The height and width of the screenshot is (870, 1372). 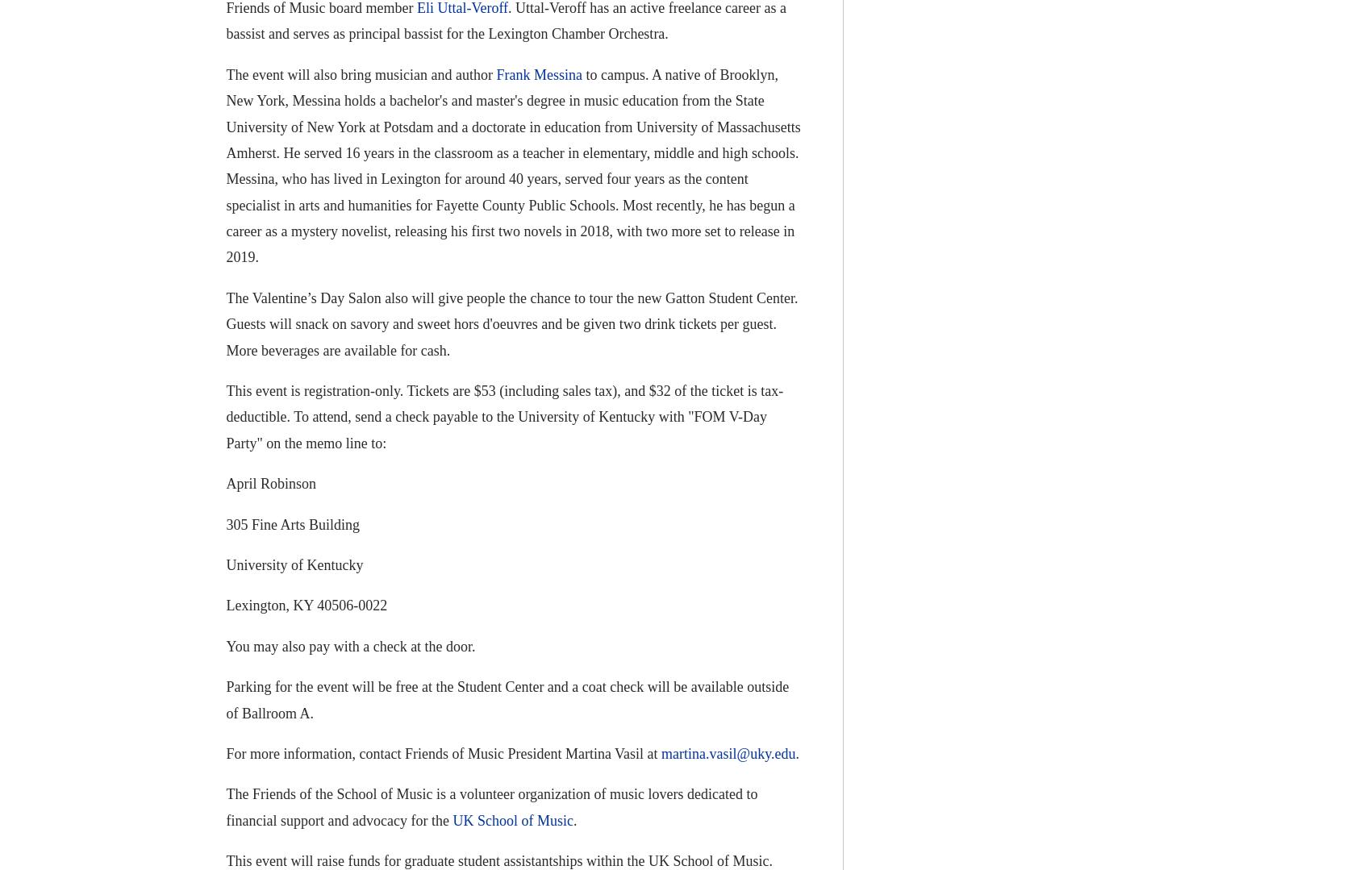 What do you see at coordinates (498, 860) in the screenshot?
I see `'This event will raise funds for graduate student assistantships within the UK School of Music.'` at bounding box center [498, 860].